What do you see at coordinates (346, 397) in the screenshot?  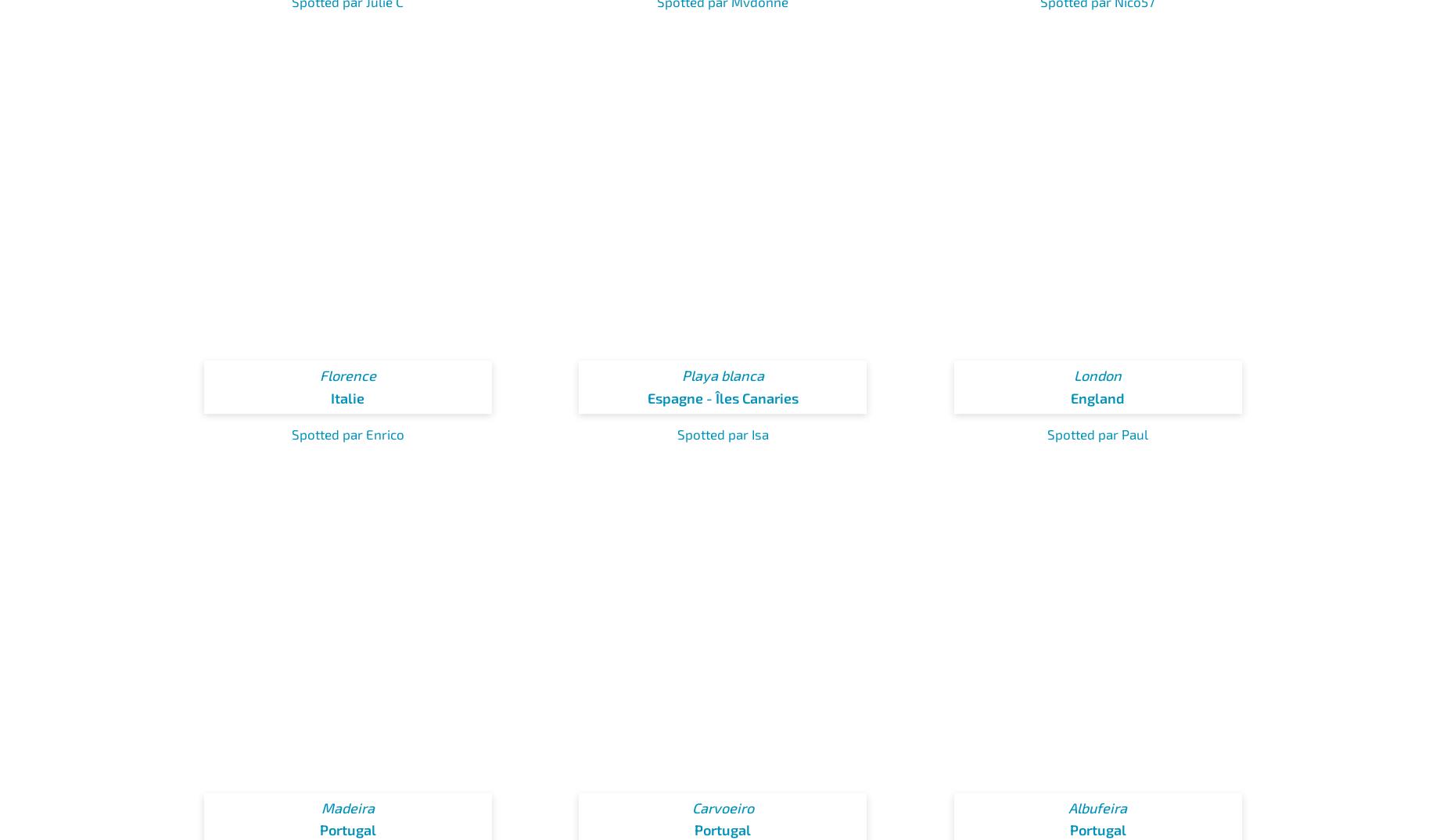 I see `'Italie'` at bounding box center [346, 397].